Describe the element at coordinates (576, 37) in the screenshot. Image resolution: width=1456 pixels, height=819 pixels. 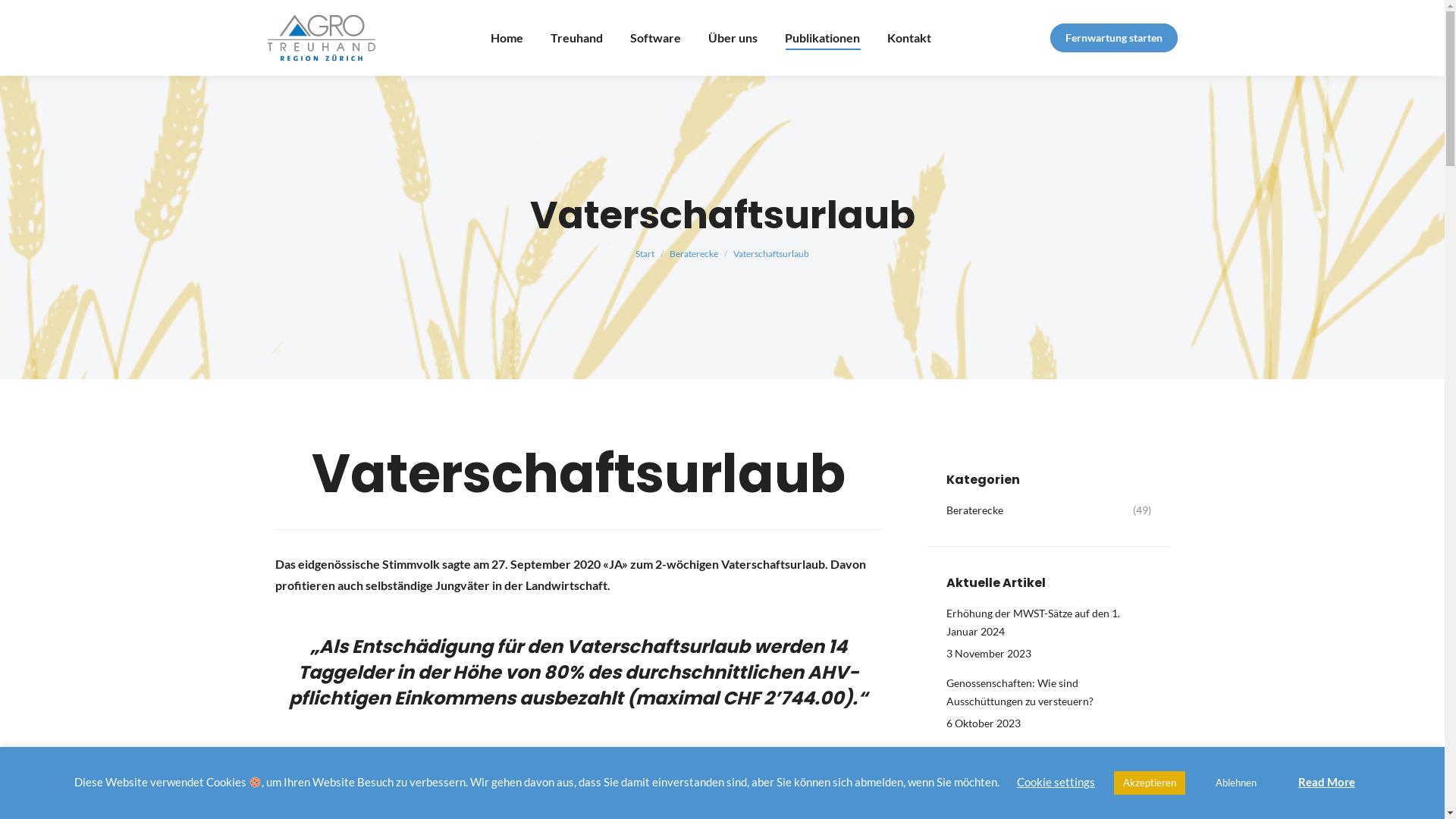
I see `'Treuhand'` at that location.